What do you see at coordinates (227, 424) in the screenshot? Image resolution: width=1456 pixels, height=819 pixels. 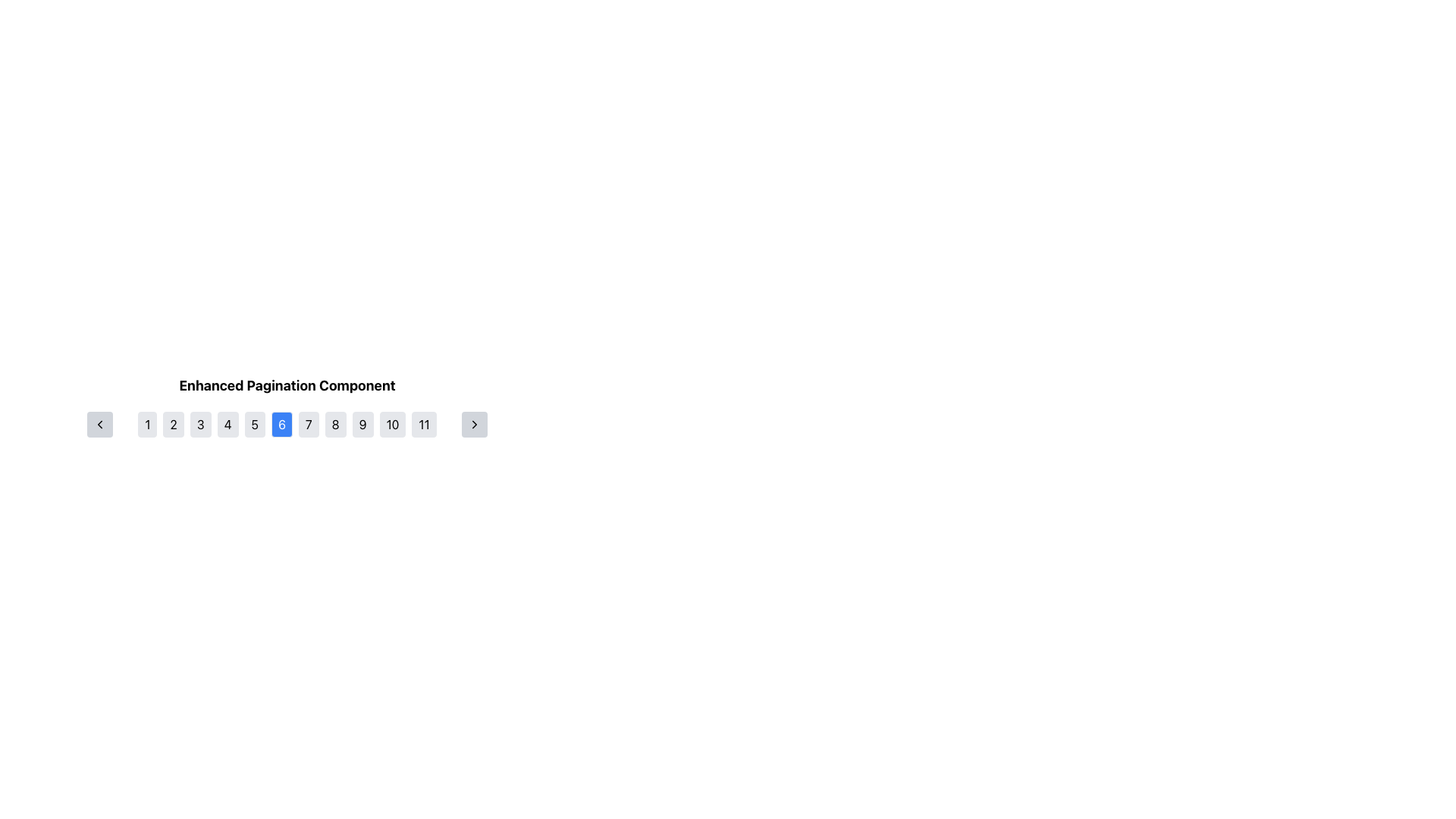 I see `the pagination button labeled '4'` at bounding box center [227, 424].